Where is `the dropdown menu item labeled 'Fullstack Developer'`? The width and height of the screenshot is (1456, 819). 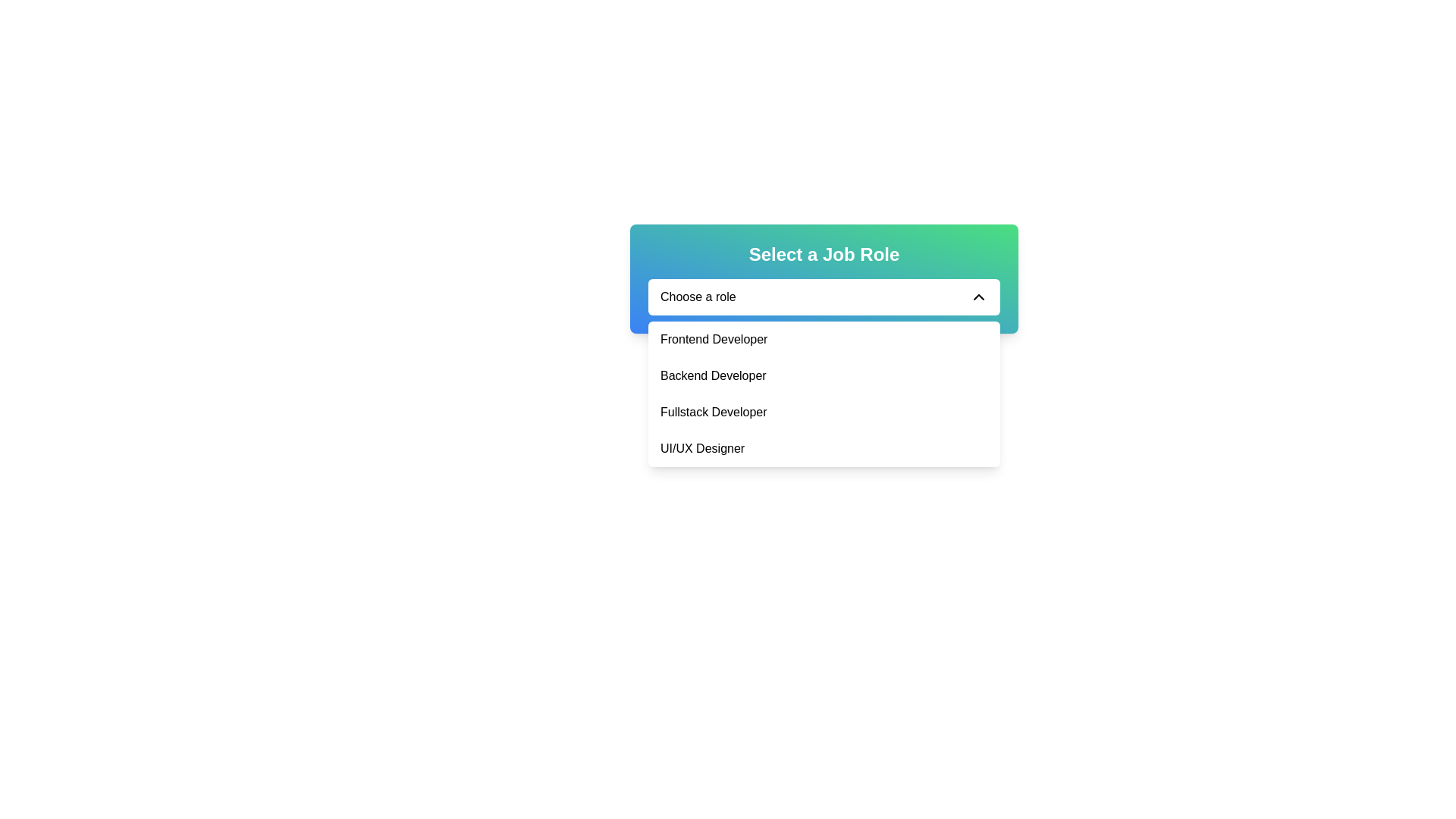 the dropdown menu item labeled 'Fullstack Developer' is located at coordinates (823, 412).